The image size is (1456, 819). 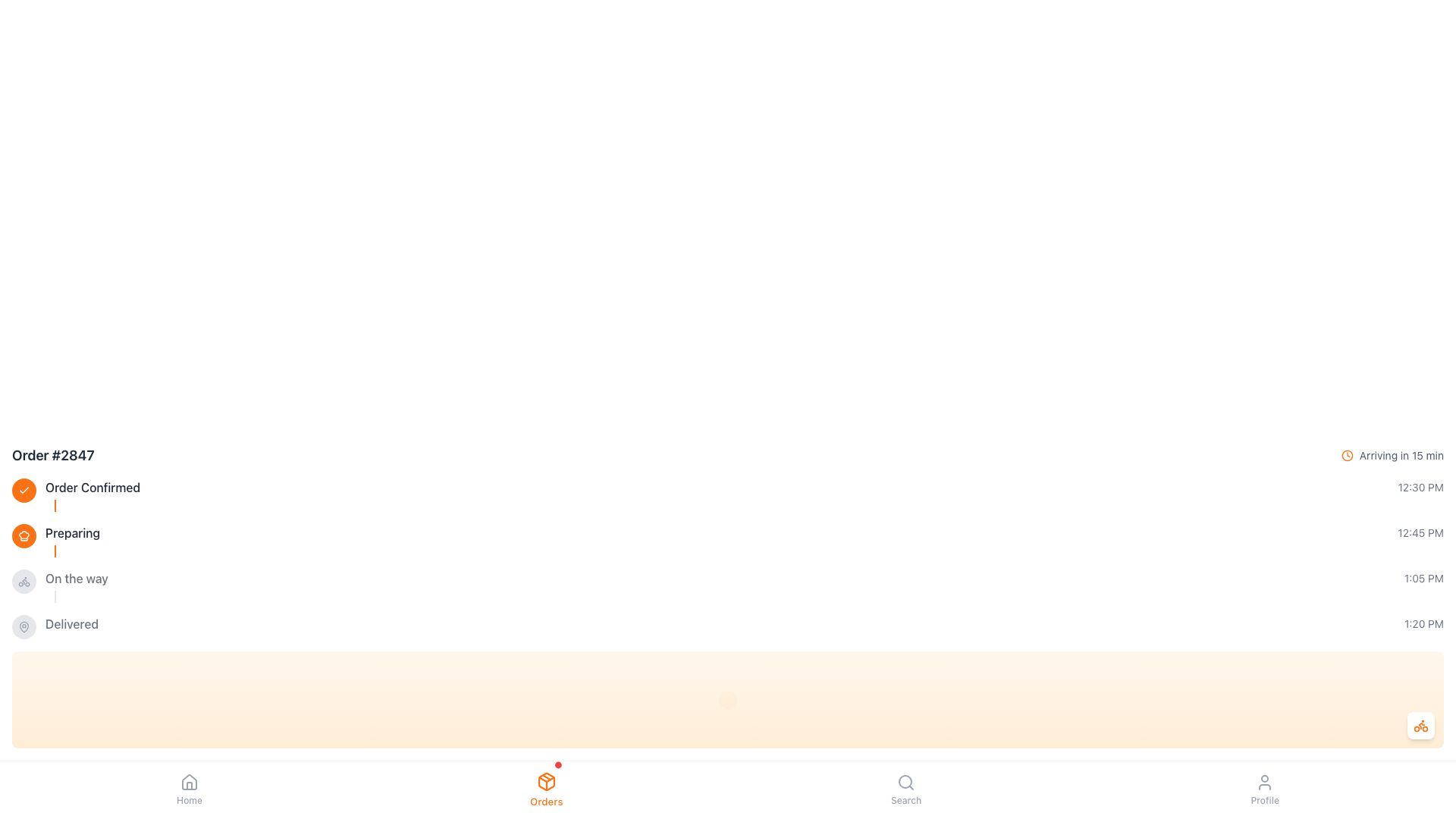 I want to click on the circular icon with an orange background and white checkmark, located next to the 'Order Confirmed' text, so click(x=24, y=491).